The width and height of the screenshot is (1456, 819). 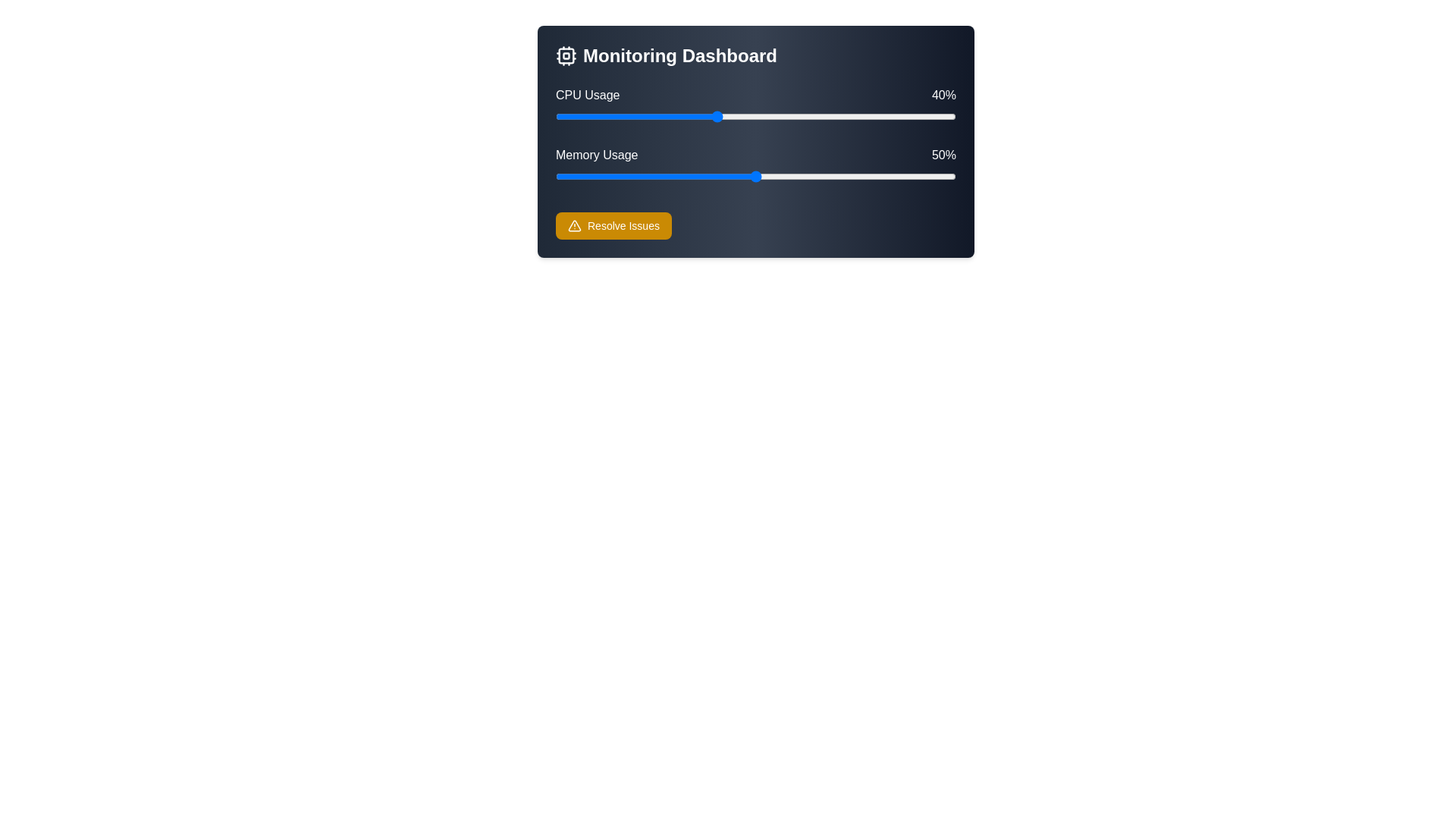 I want to click on the 'Resolve Issues' button with a yellow background and white text, so click(x=613, y=225).